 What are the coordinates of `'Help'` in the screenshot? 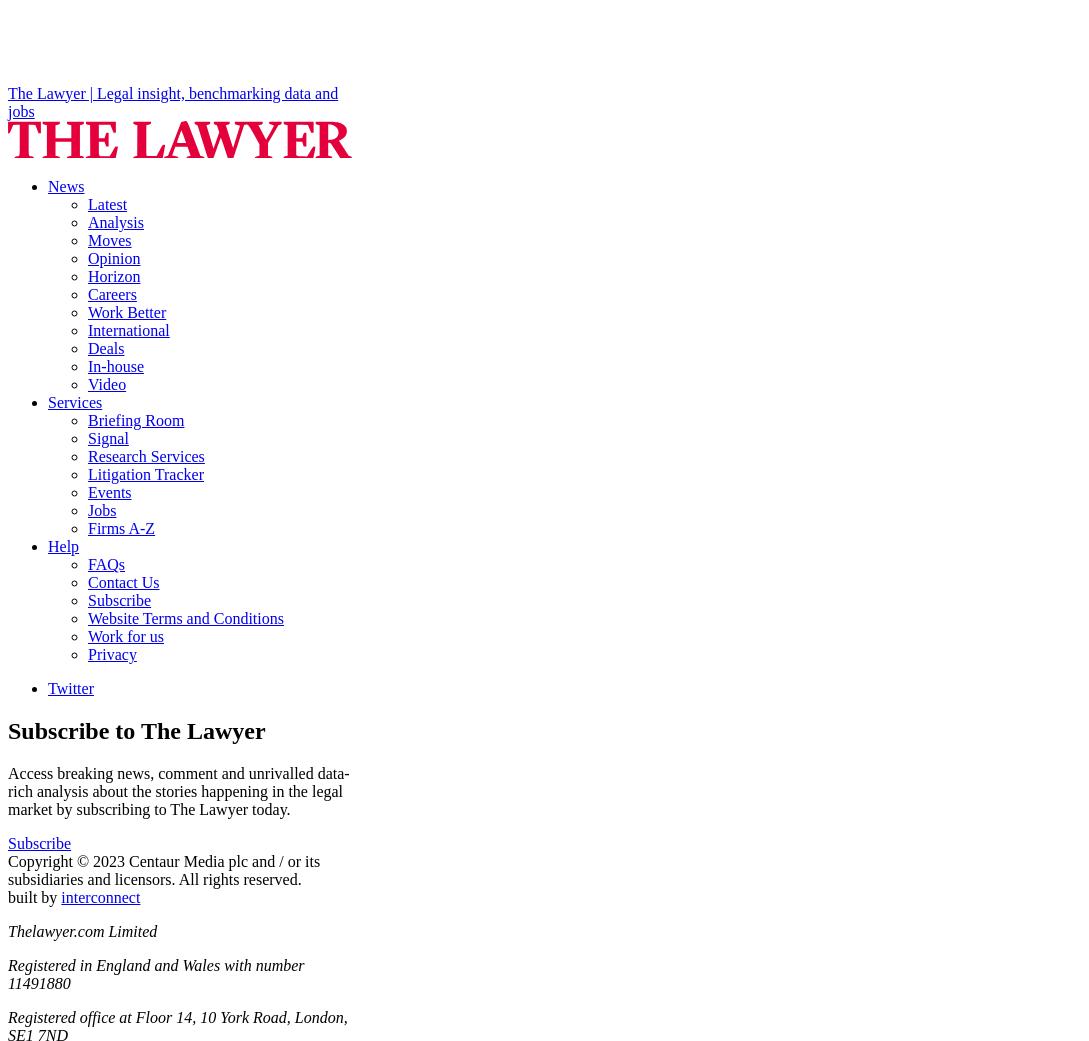 It's located at (63, 546).